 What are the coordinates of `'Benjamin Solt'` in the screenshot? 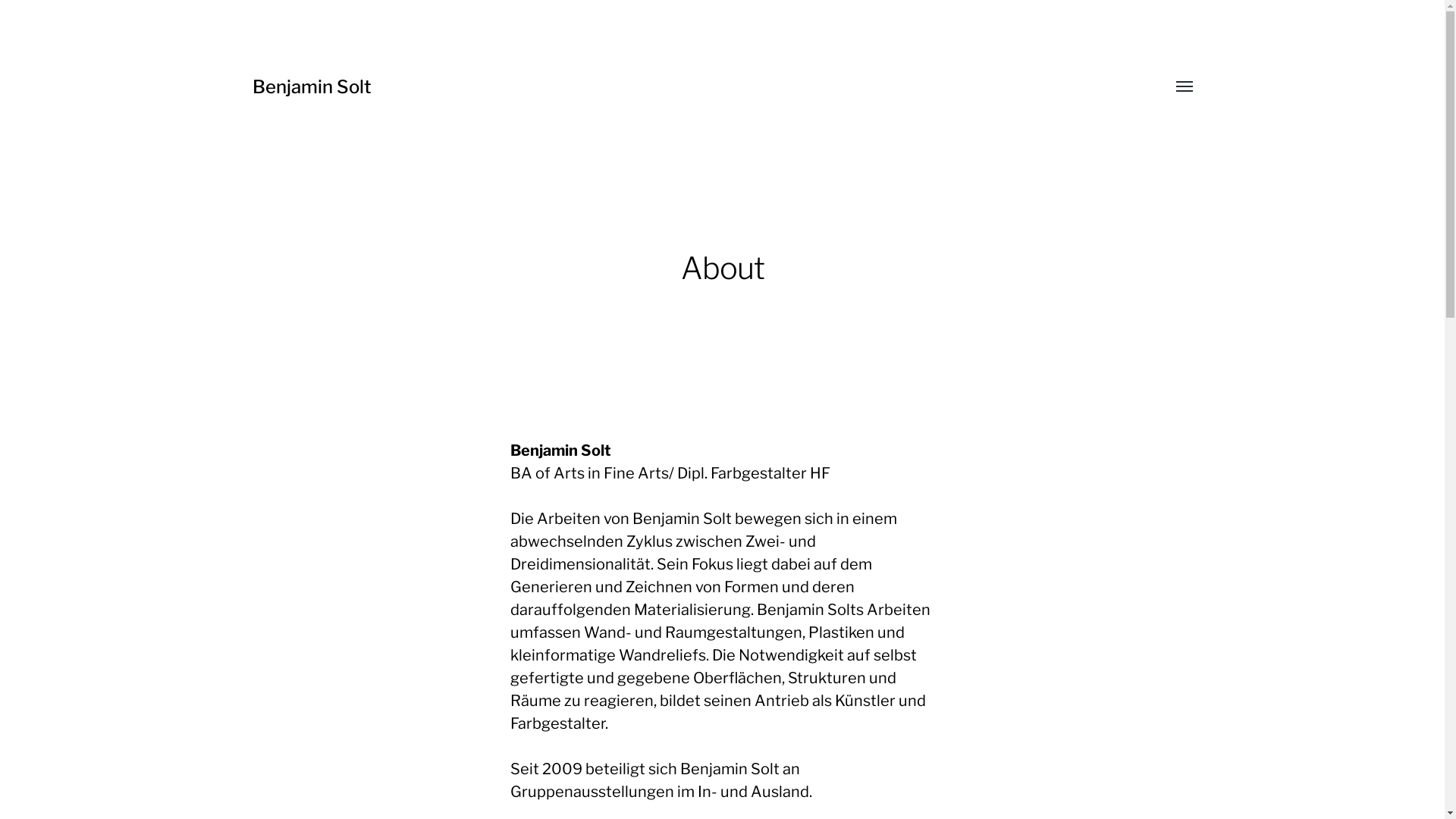 It's located at (310, 86).